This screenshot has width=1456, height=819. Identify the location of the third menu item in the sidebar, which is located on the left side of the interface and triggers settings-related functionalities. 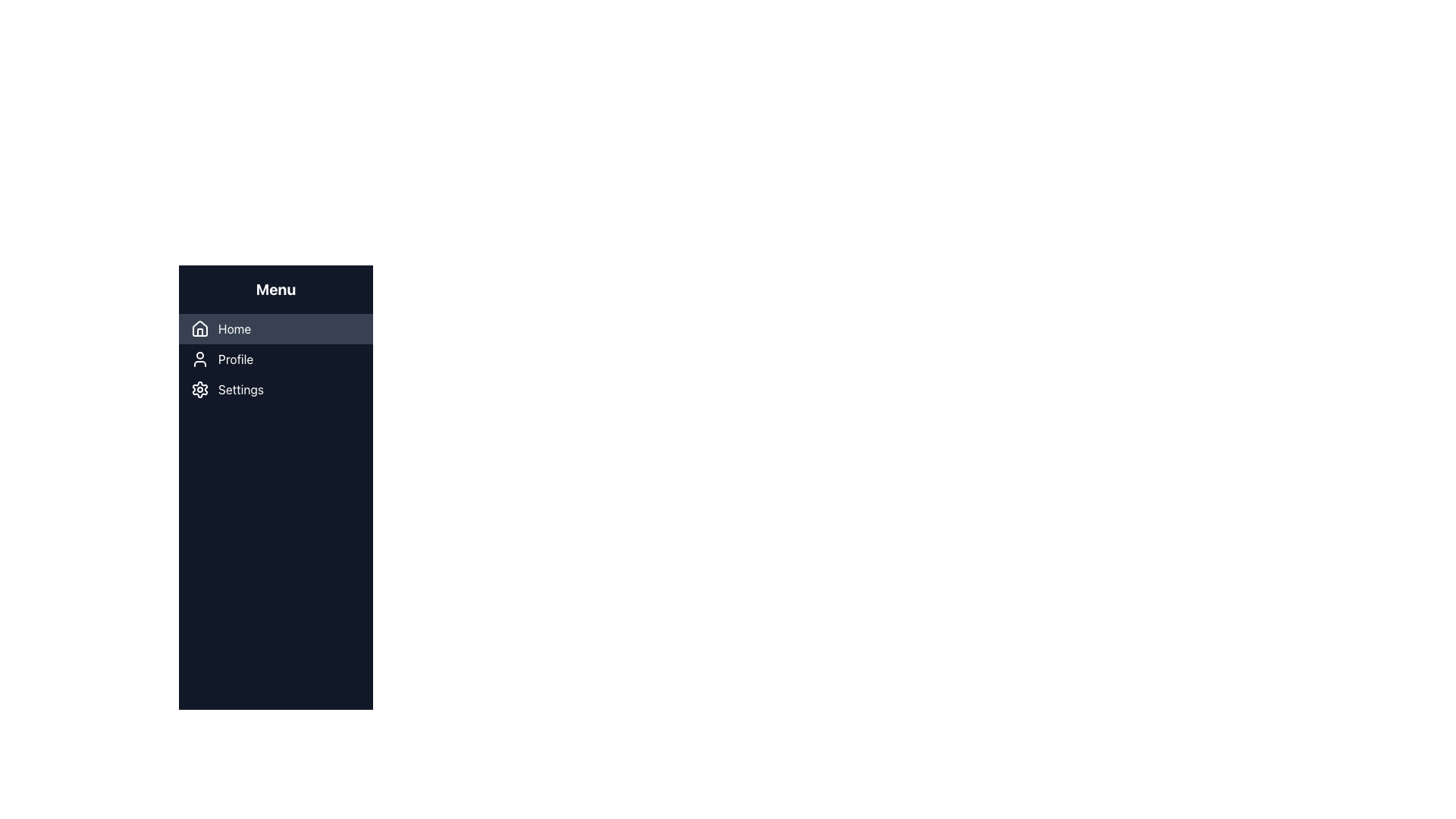
(276, 388).